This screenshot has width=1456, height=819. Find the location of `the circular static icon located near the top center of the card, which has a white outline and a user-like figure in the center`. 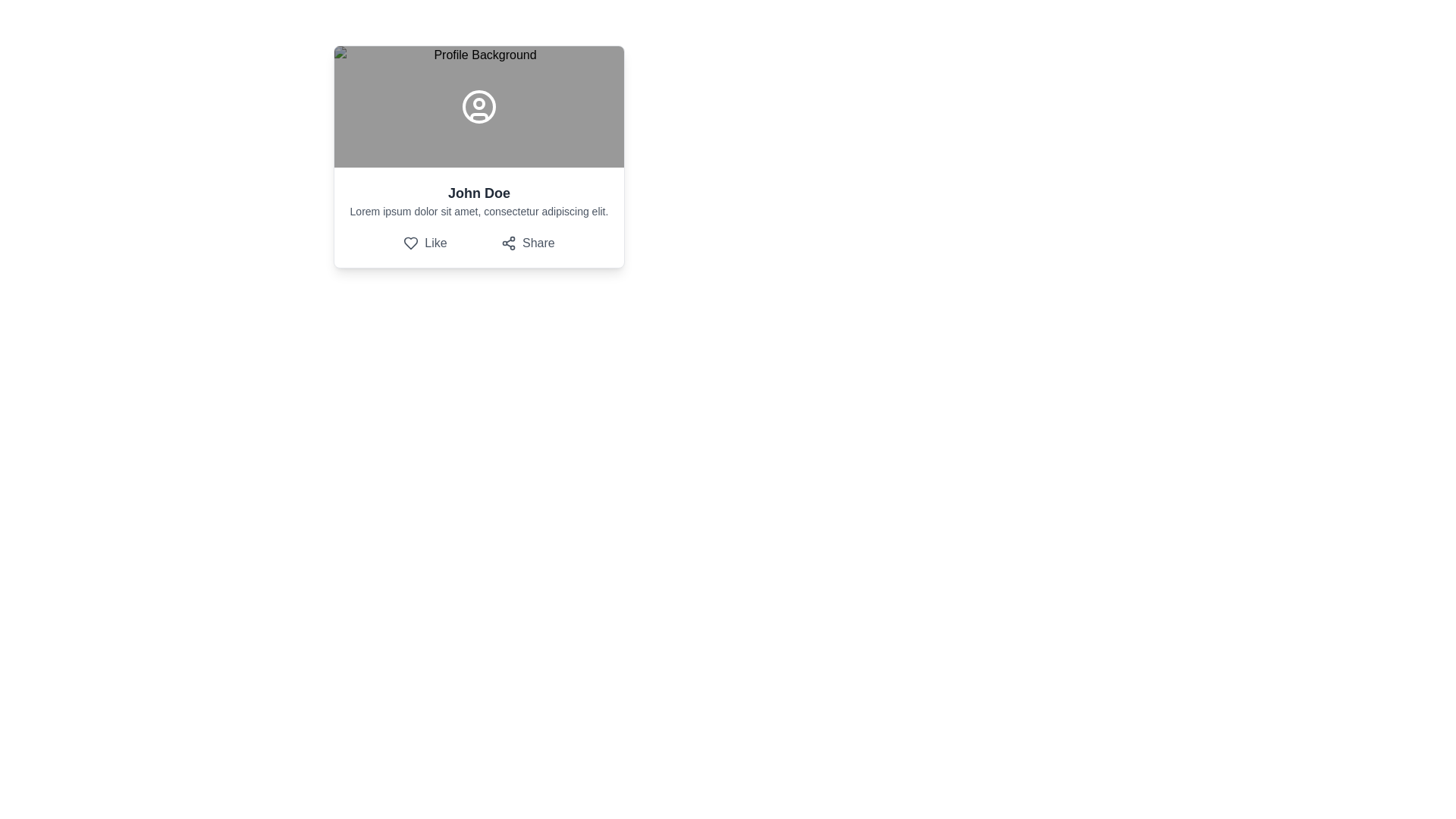

the circular static icon located near the top center of the card, which has a white outline and a user-like figure in the center is located at coordinates (479, 106).